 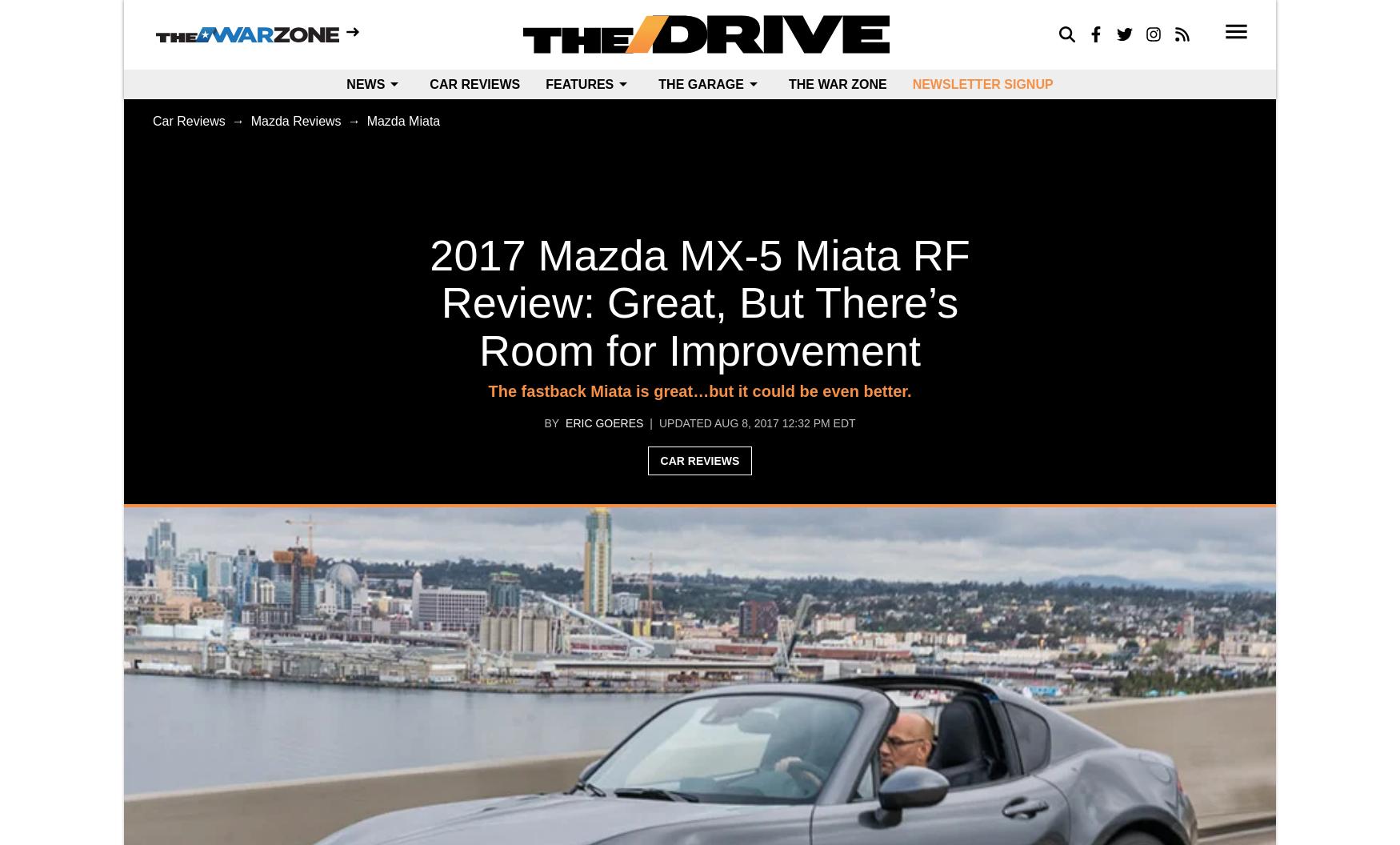 I want to click on 'Mazda Reviews', so click(x=295, y=121).